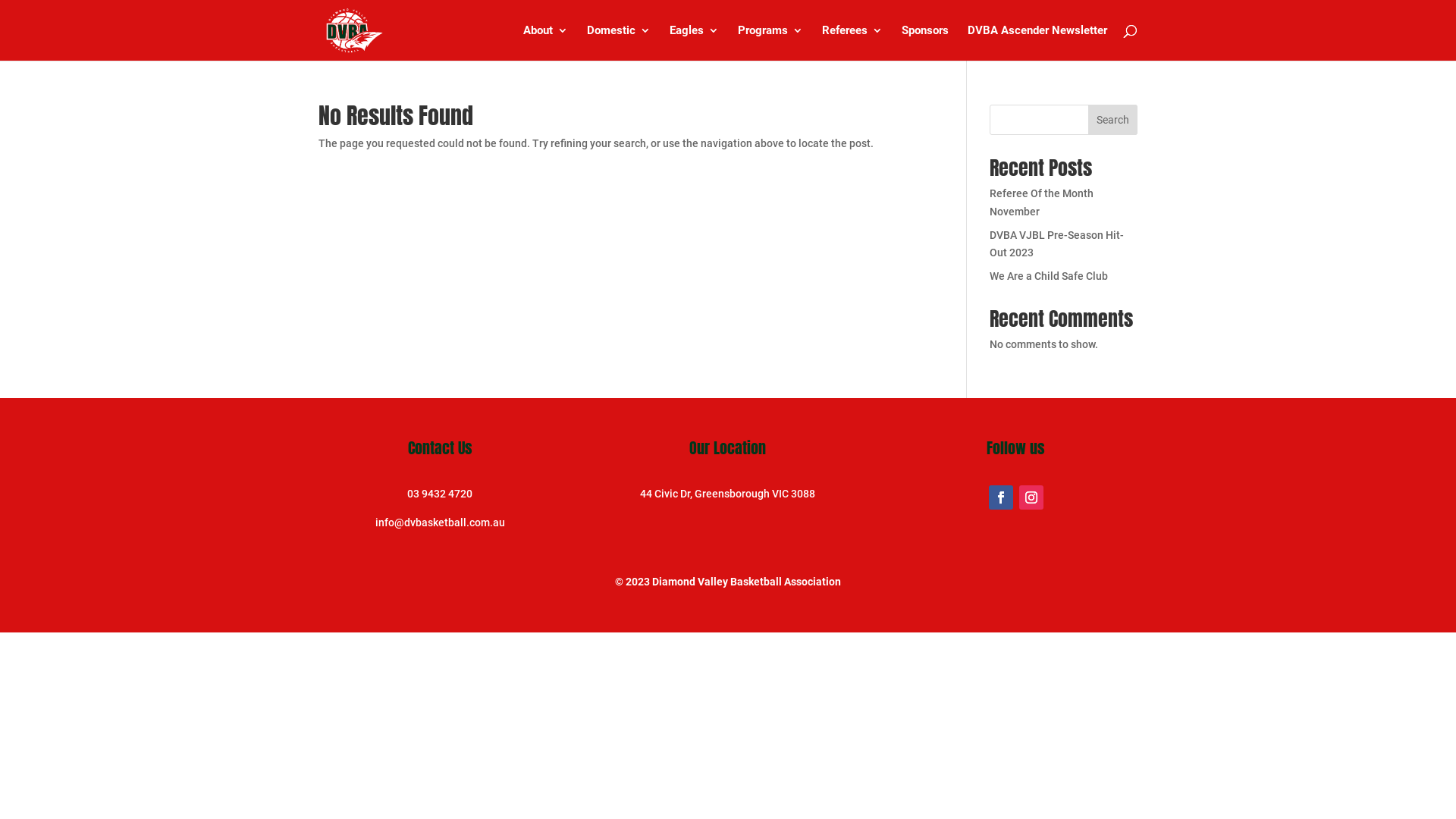 Image resolution: width=1456 pixels, height=819 pixels. Describe the element at coordinates (1001, 497) in the screenshot. I see `'Follow on Facebook'` at that location.